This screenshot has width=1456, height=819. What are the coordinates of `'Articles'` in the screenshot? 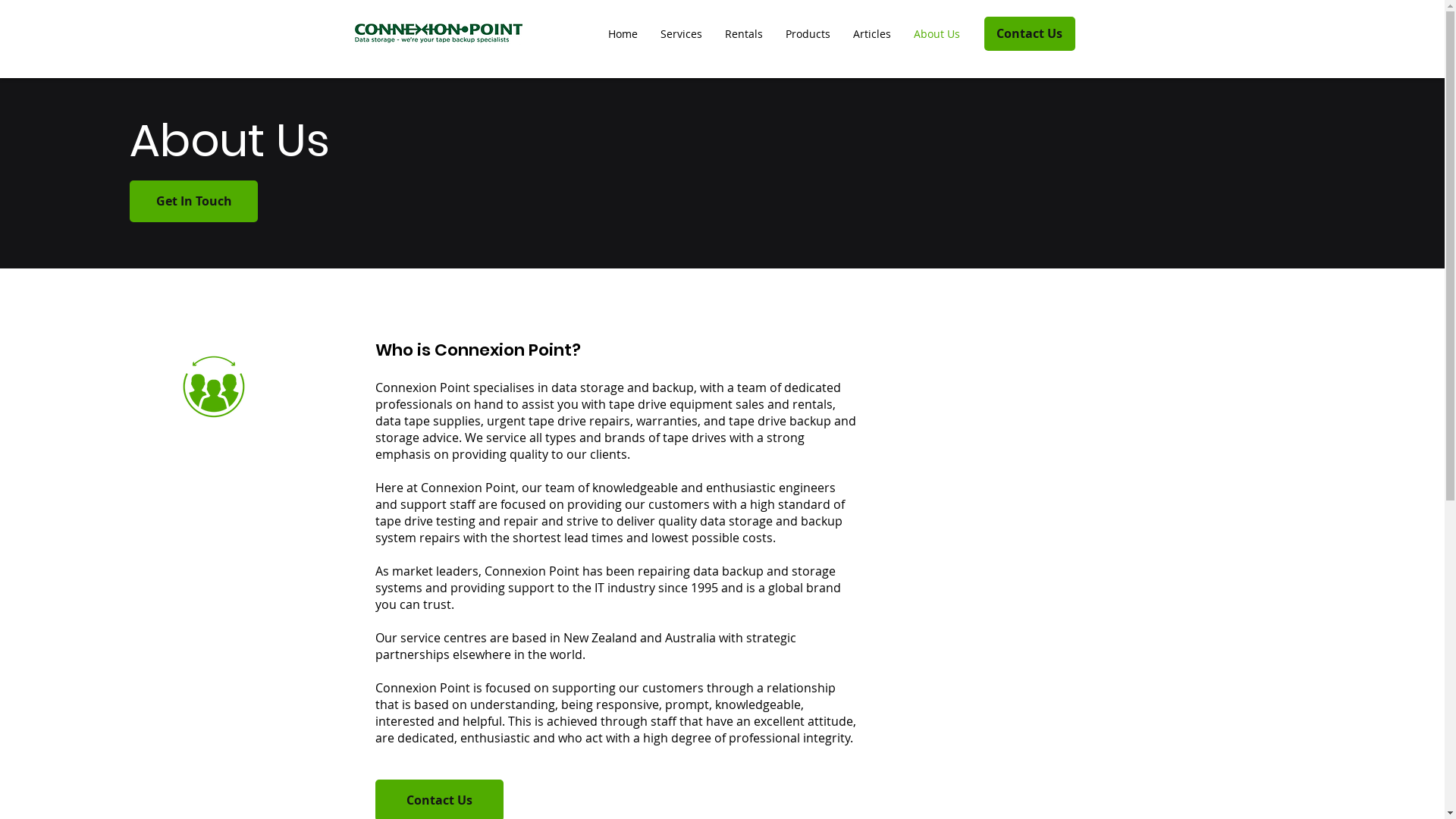 It's located at (872, 34).